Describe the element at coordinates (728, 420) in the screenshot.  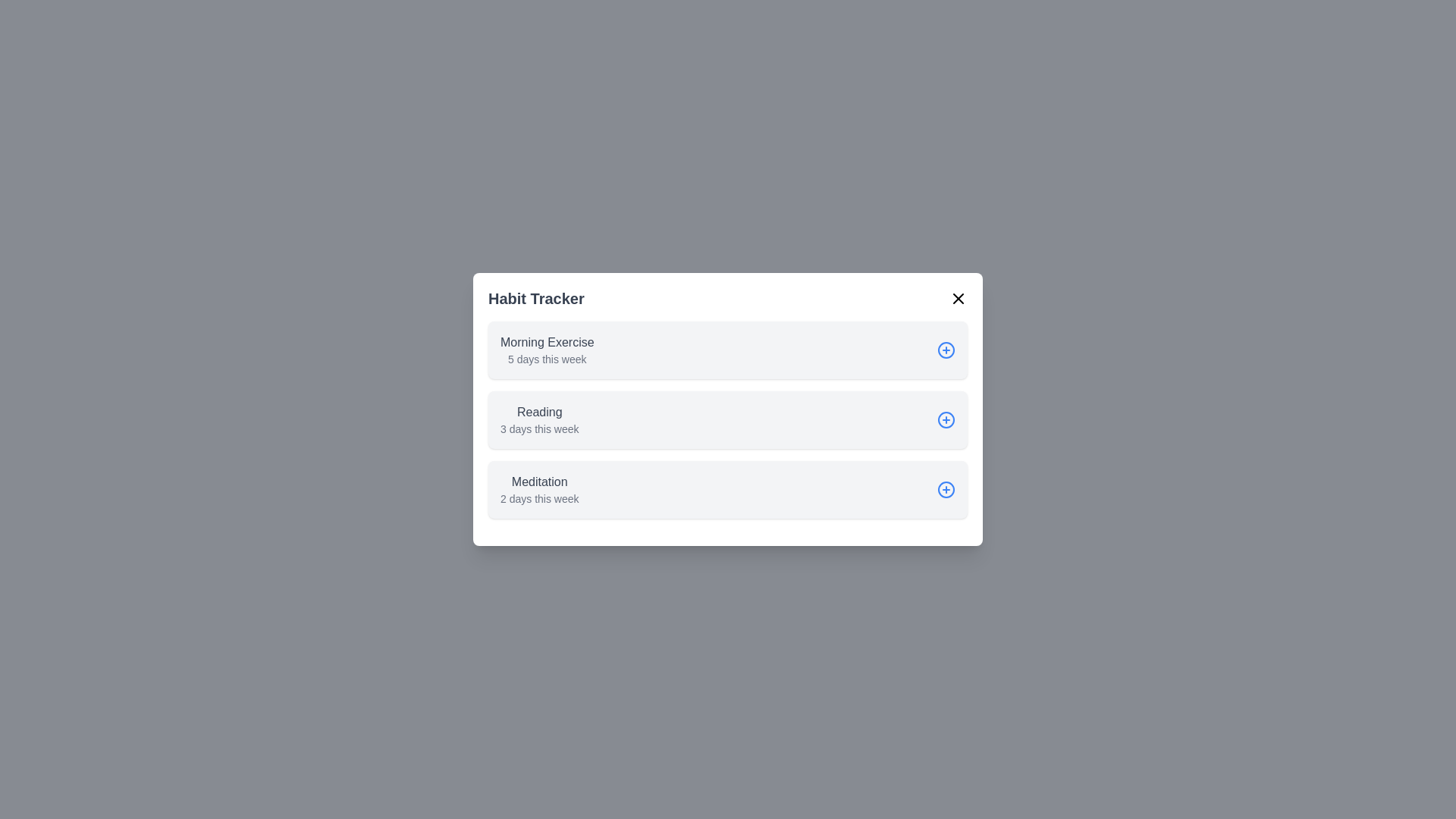
I see `the 'Reading' habit to inspect its details` at that location.